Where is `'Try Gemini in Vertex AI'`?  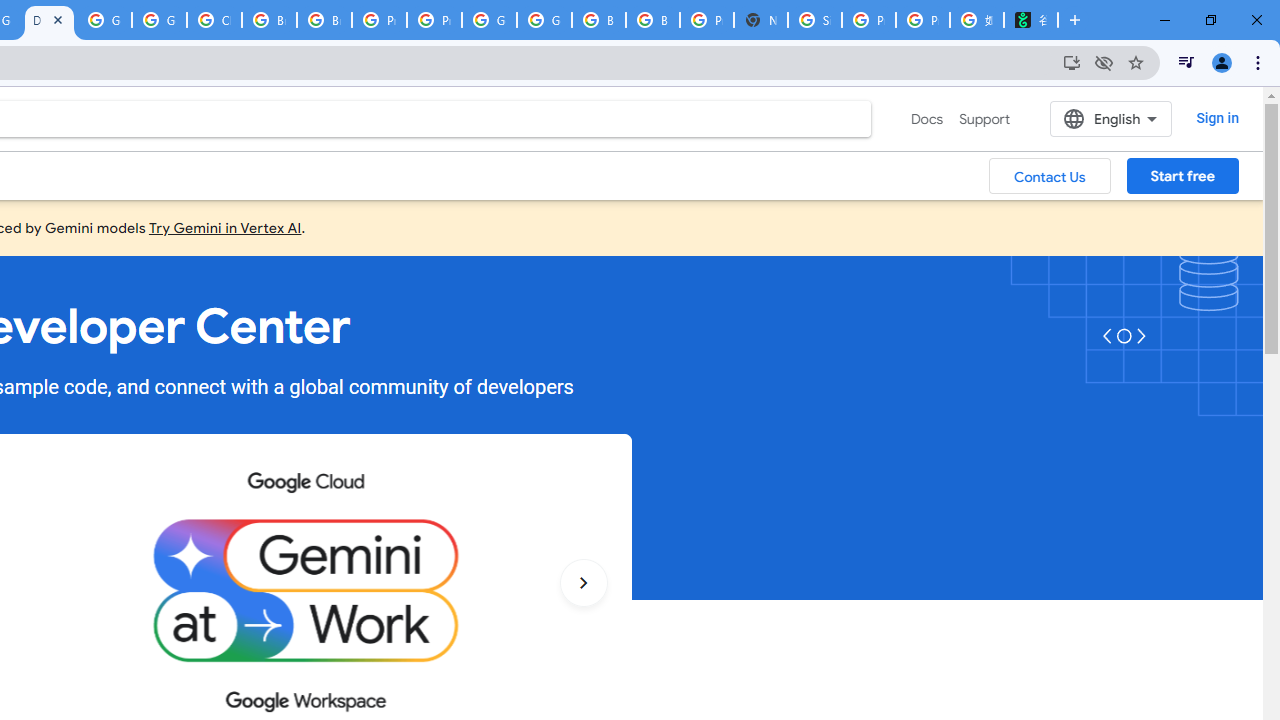 'Try Gemini in Vertex AI' is located at coordinates (225, 226).